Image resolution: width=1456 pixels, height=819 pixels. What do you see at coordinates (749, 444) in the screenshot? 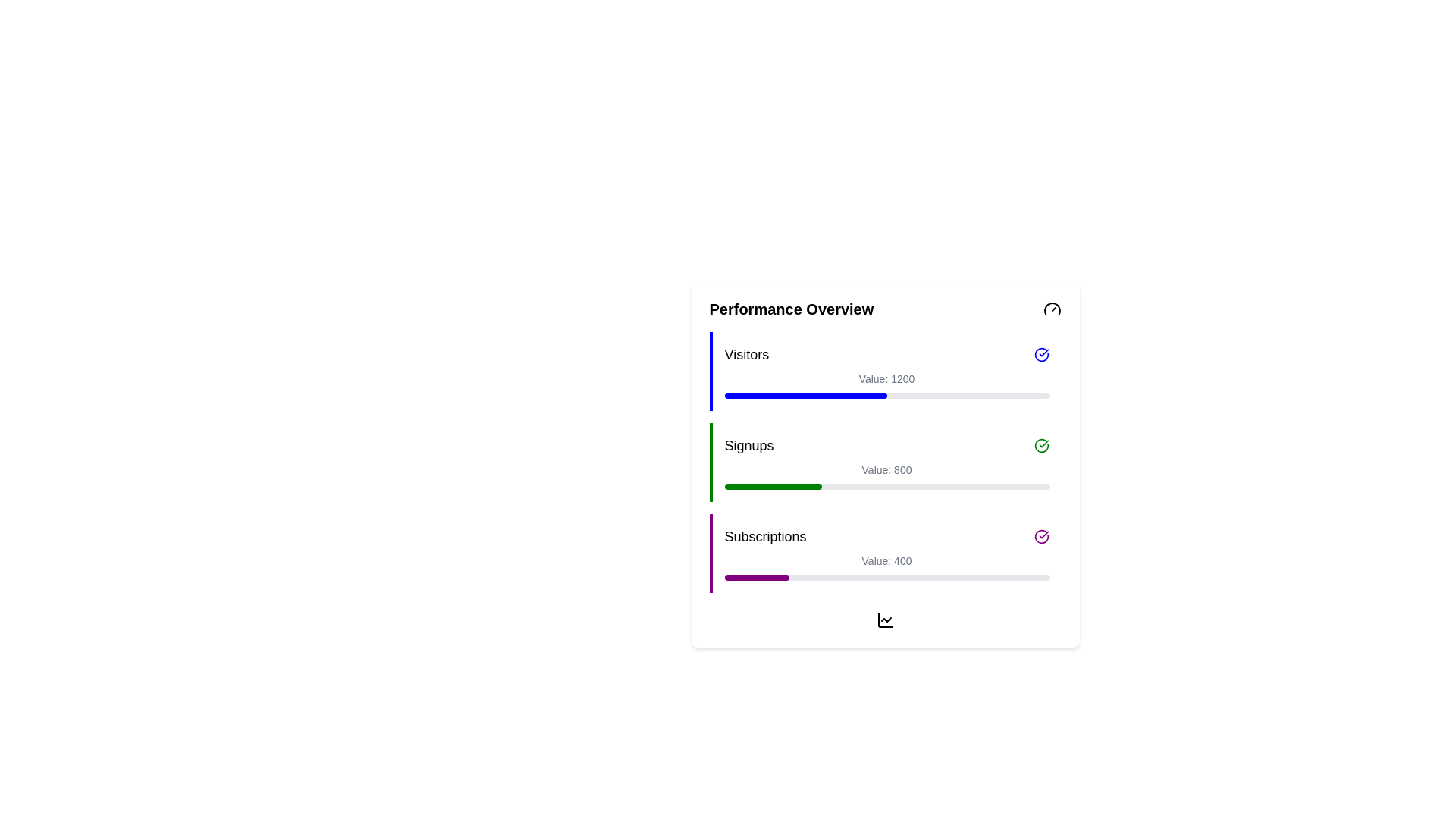
I see `the 'Signups' text label, which is displayed in bold font and positioned above the green progress bar and below the 'Visitors' label` at bounding box center [749, 444].